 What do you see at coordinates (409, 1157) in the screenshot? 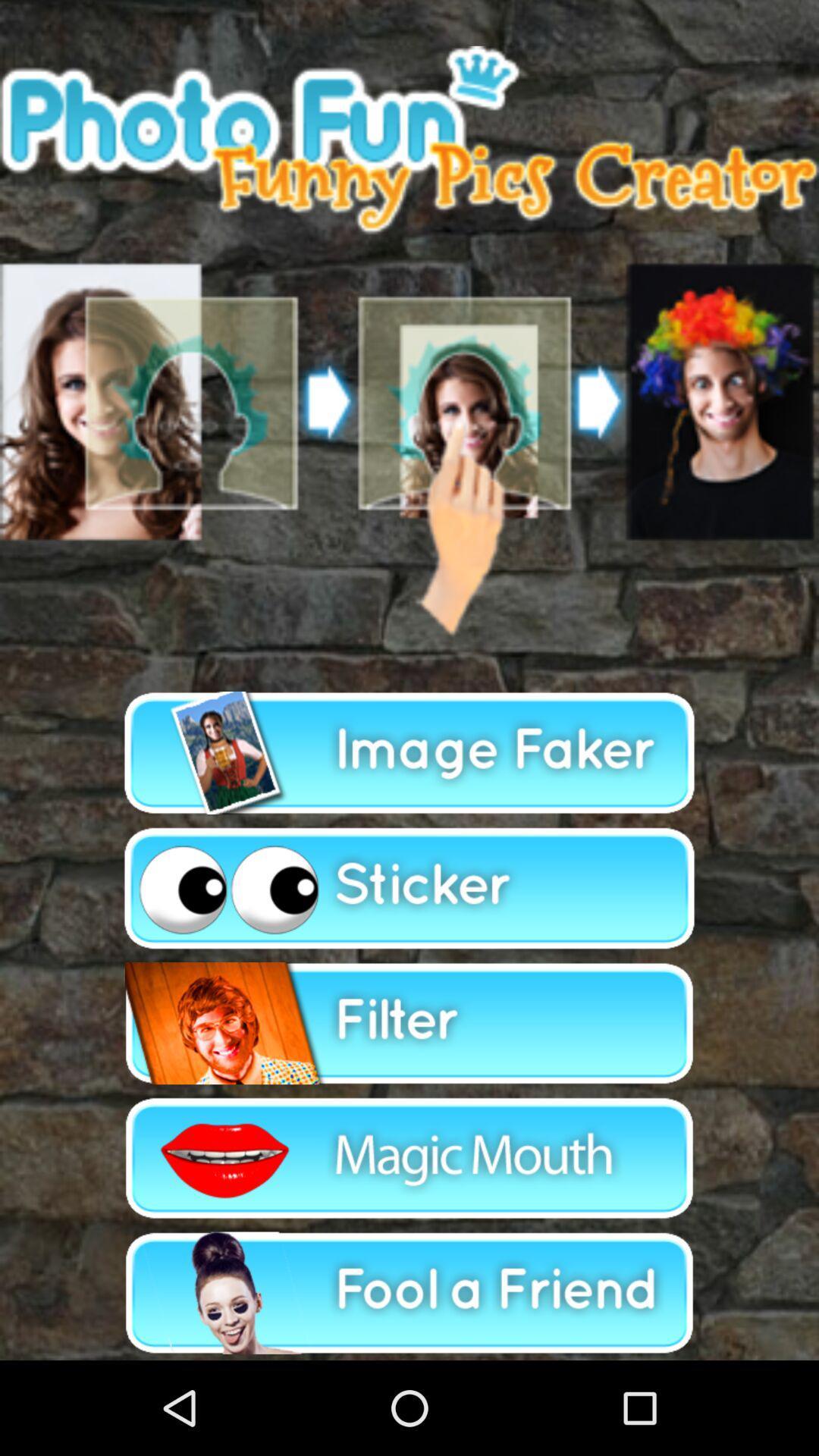
I see `edit image` at bounding box center [409, 1157].